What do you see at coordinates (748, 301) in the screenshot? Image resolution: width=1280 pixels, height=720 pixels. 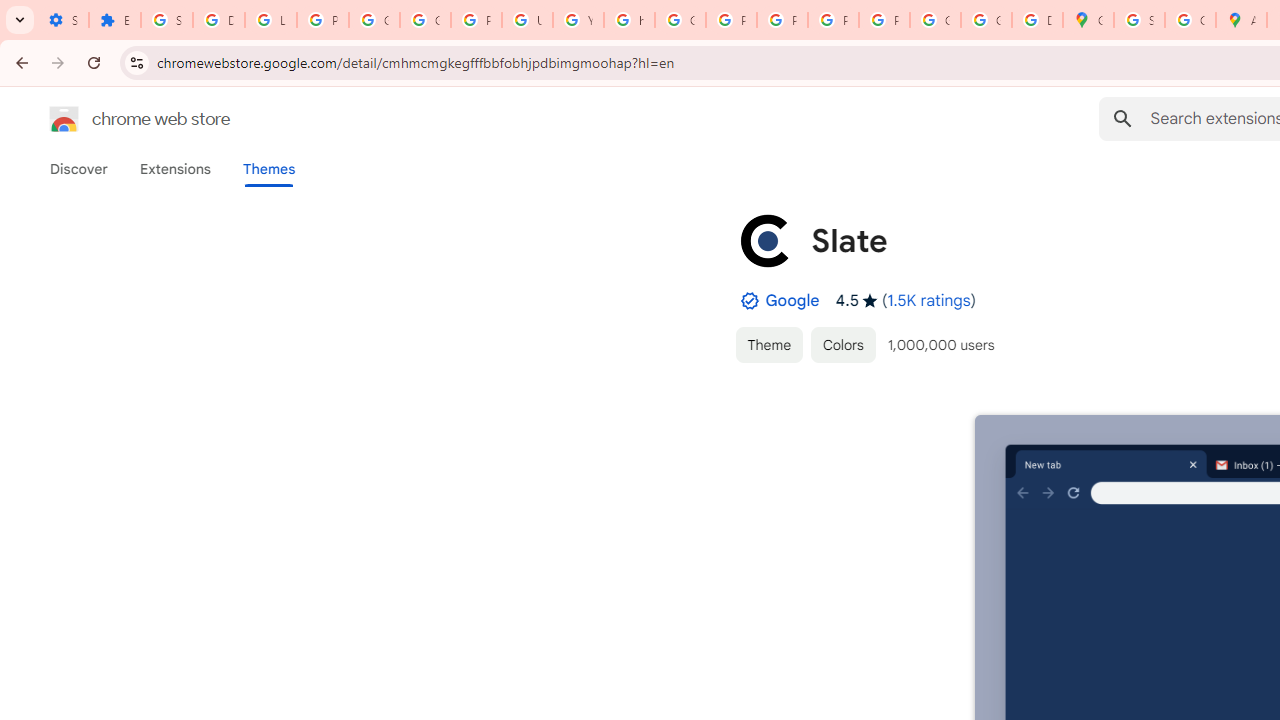 I see `'By Established Publisher Badge'` at bounding box center [748, 301].